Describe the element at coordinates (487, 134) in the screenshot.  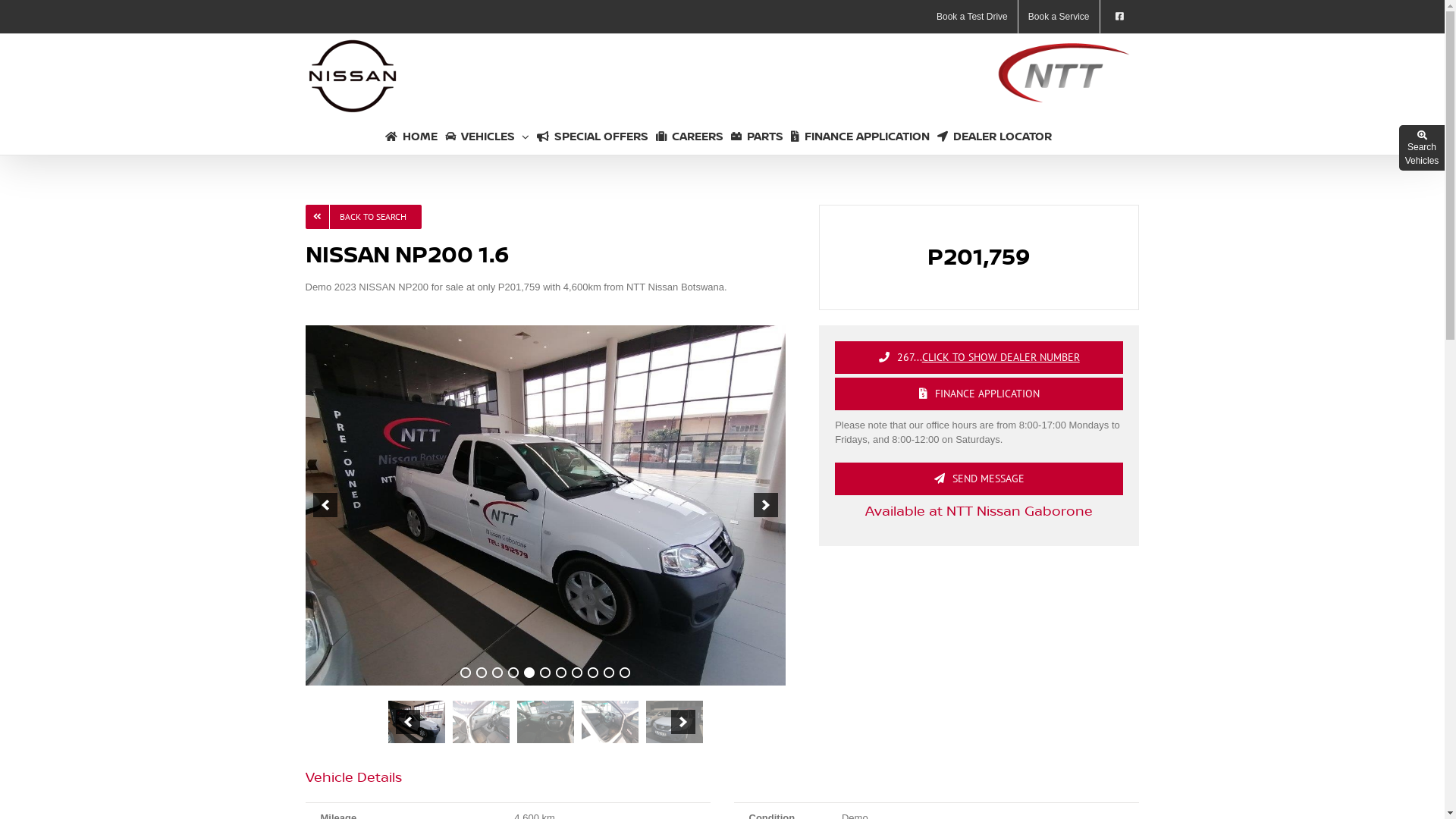
I see `'VEHICLES'` at that location.